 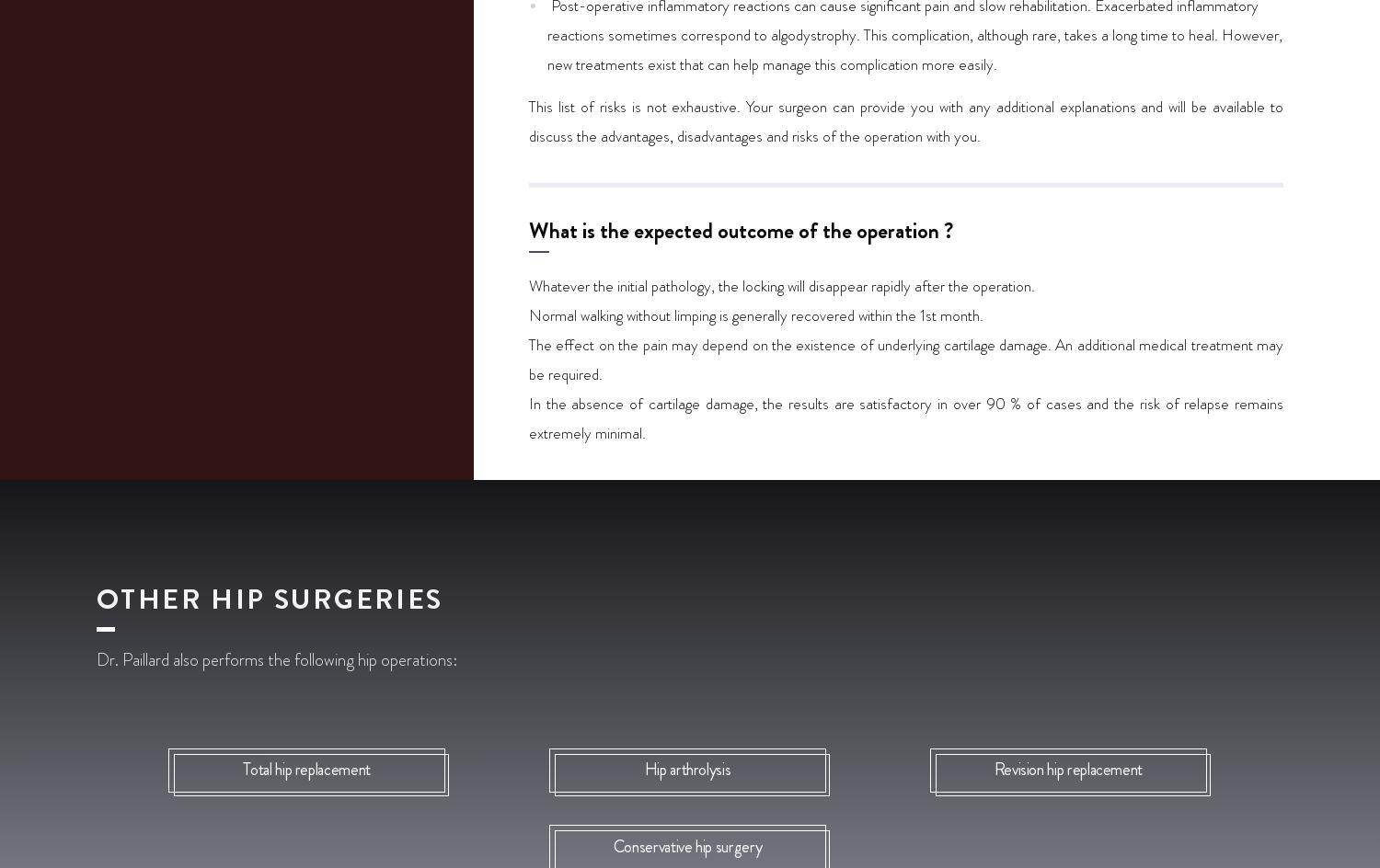 I want to click on 'The effect on the pain may depend on the existence of underlying cartilage damage. An additional medical treatment may be required.', so click(x=905, y=358).